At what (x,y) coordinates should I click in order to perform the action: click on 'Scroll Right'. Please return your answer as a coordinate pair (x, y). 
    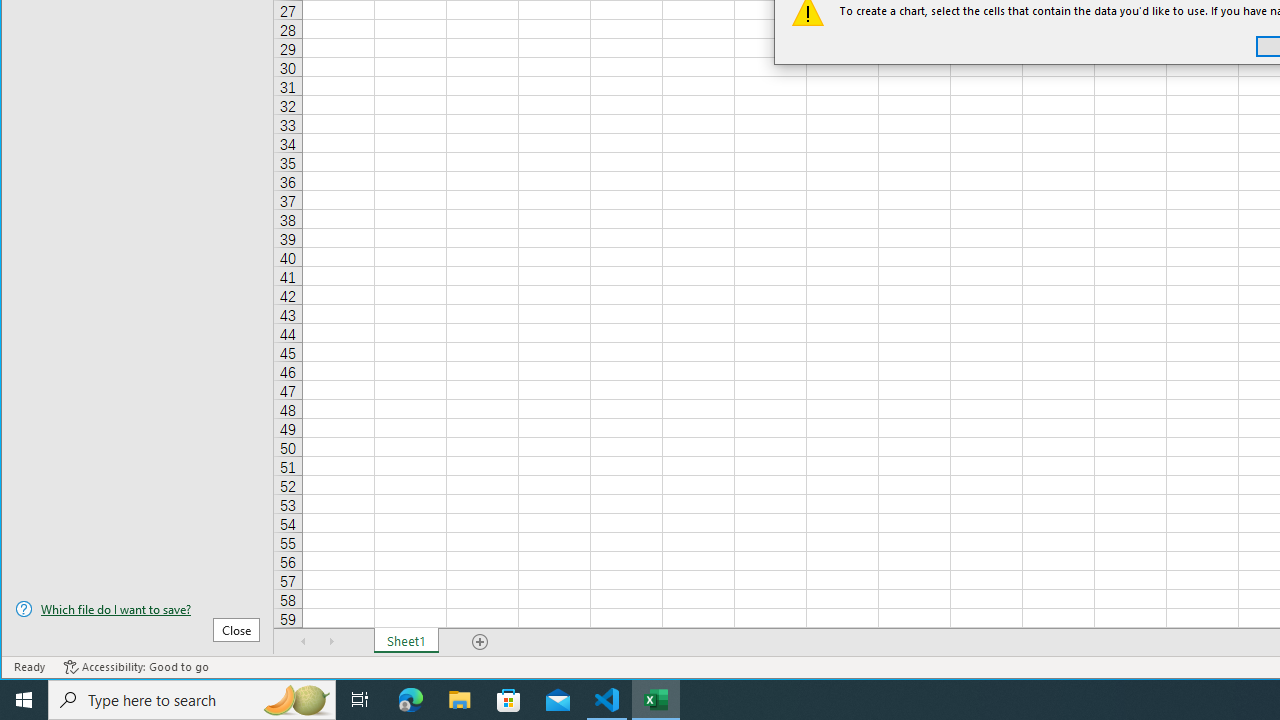
    Looking at the image, I should click on (331, 641).